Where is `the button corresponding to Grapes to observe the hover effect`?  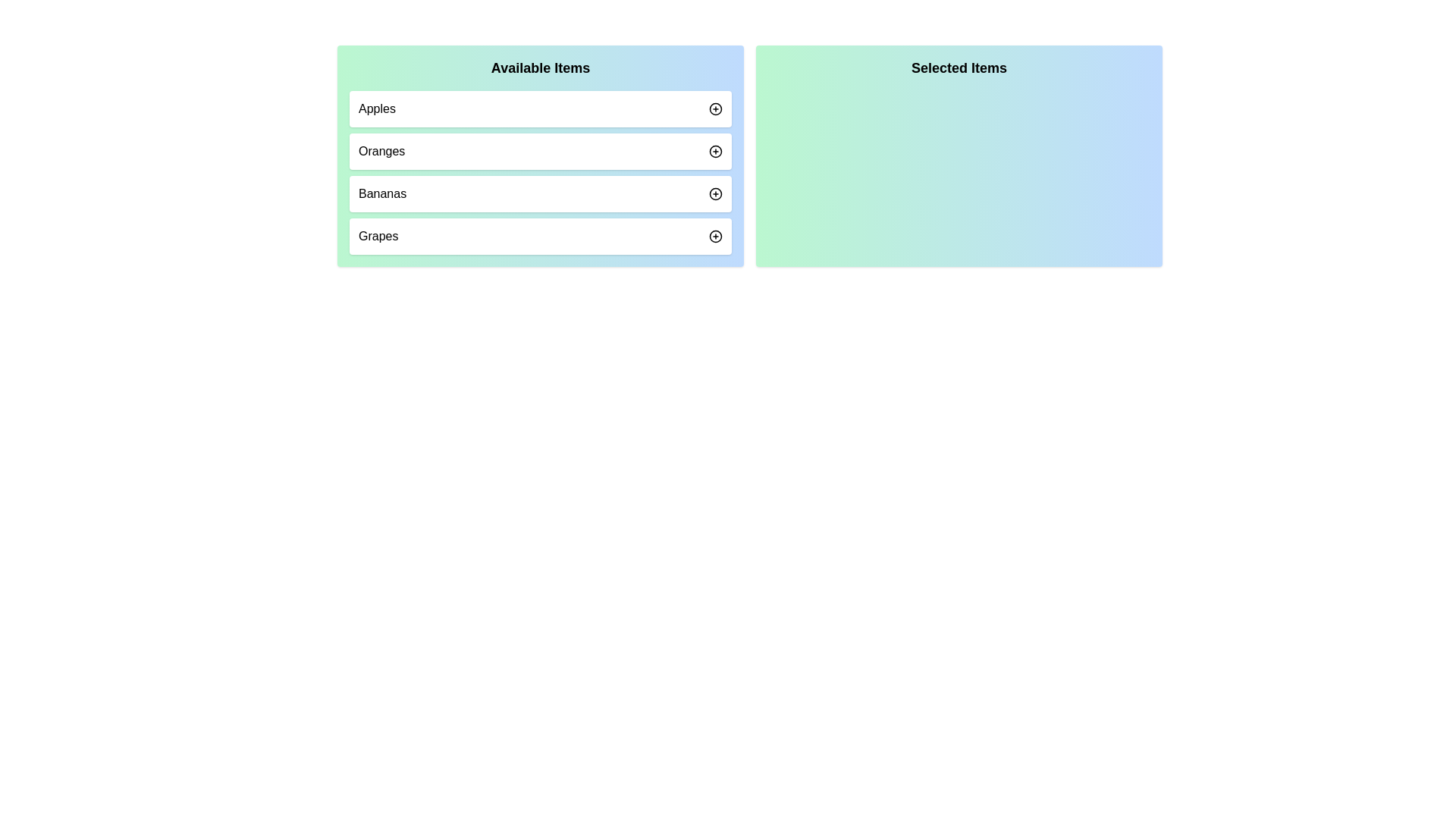
the button corresponding to Grapes to observe the hover effect is located at coordinates (715, 237).